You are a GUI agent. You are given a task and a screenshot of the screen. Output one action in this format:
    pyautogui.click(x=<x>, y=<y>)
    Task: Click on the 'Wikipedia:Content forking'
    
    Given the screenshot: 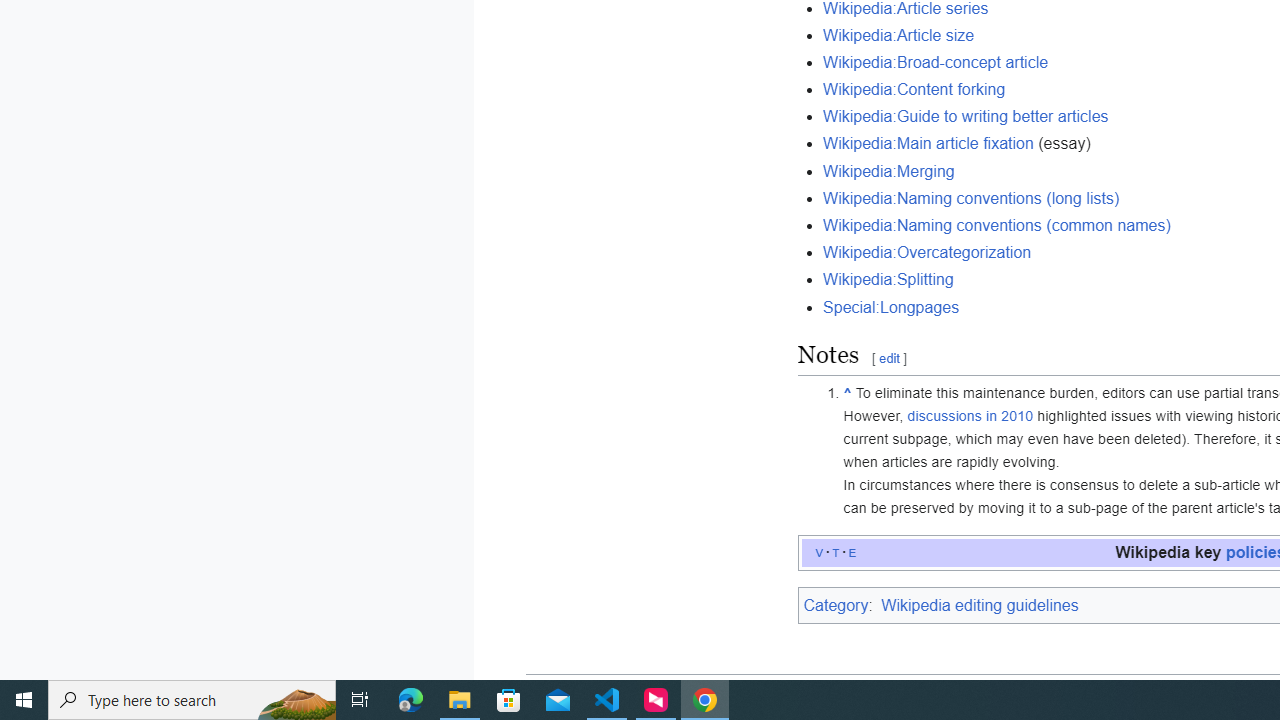 What is the action you would take?
    pyautogui.click(x=913, y=90)
    